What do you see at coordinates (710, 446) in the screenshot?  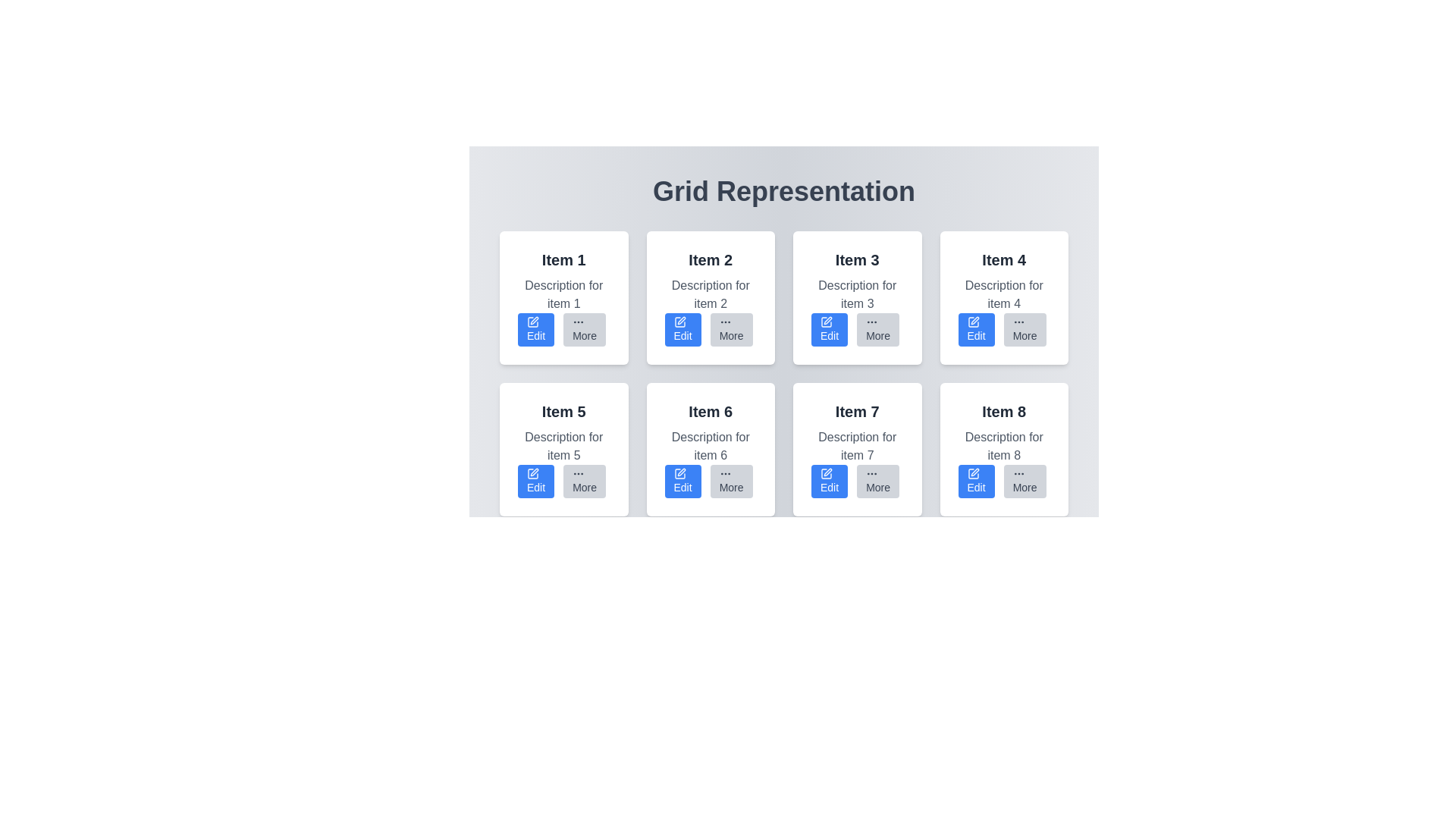 I see `descriptive text label located in the second row, third column of the grid layout, directly below the title text 'Item 6'` at bounding box center [710, 446].